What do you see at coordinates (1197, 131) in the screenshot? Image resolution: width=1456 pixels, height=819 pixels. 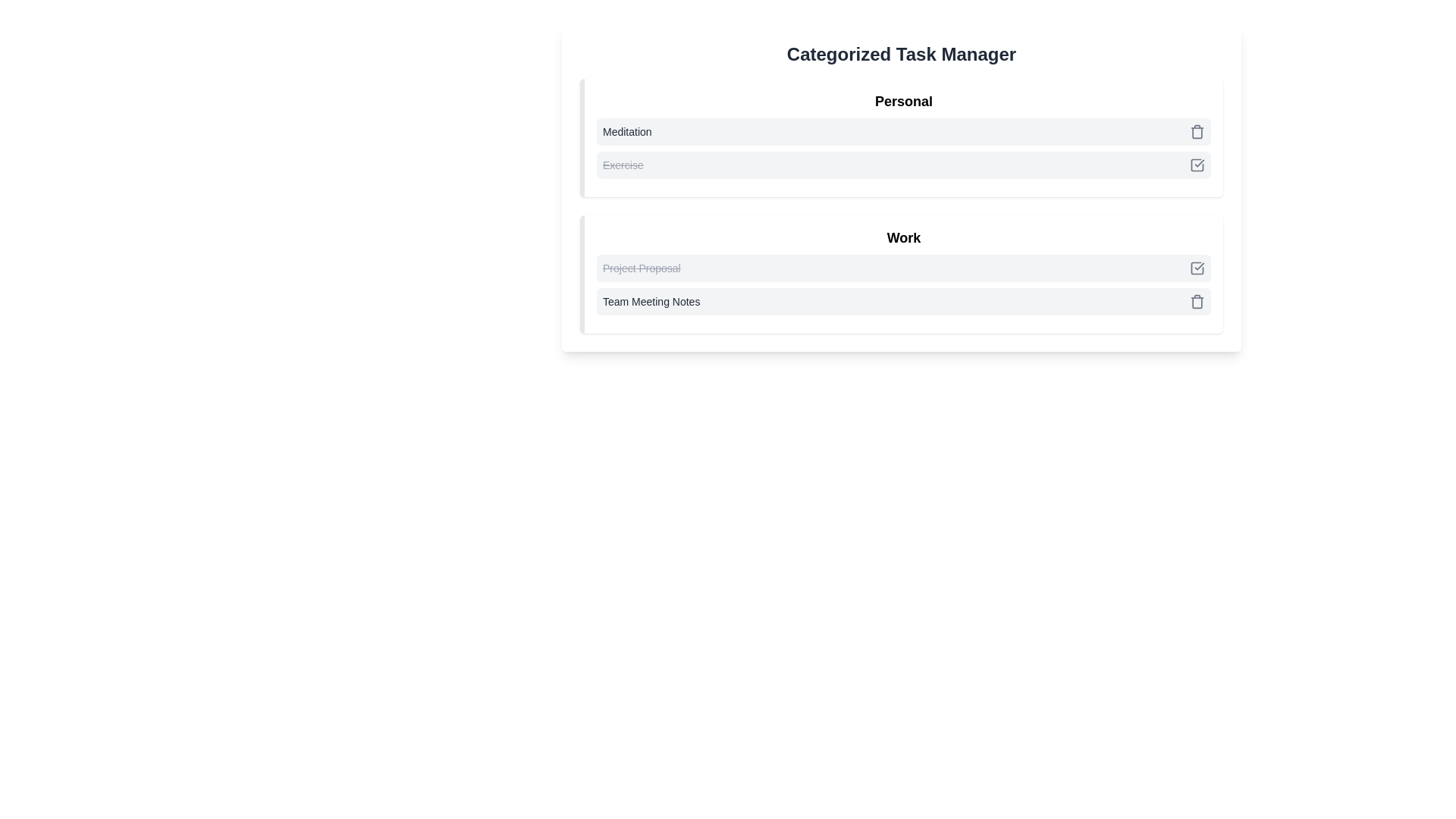 I see `the trash icon located adjacent to the right side of the 'Exercise' task in the 'Personal' category` at bounding box center [1197, 131].